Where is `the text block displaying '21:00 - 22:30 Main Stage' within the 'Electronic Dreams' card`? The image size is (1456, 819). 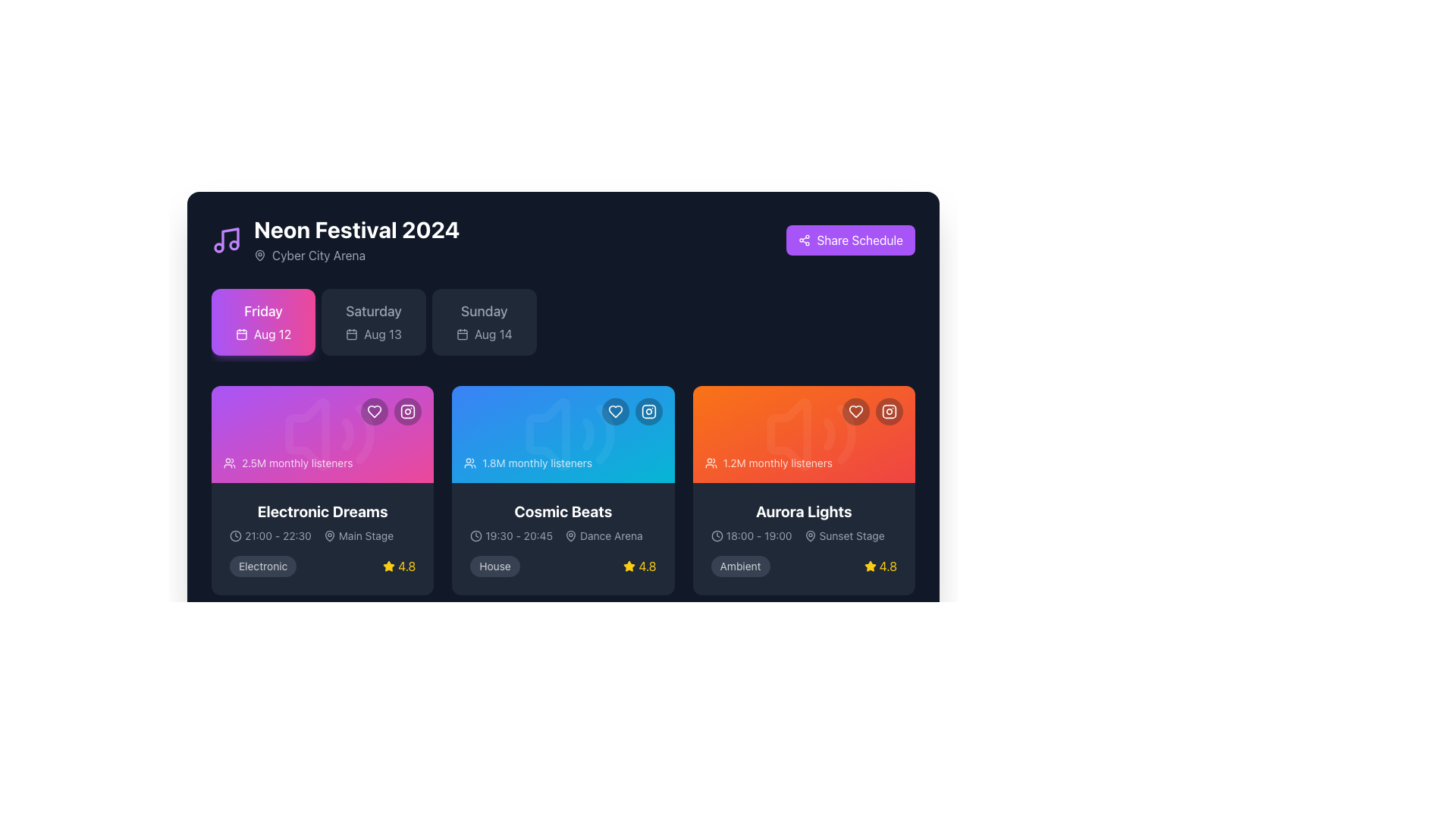 the text block displaying '21:00 - 22:30 Main Stage' within the 'Electronic Dreams' card is located at coordinates (322, 535).